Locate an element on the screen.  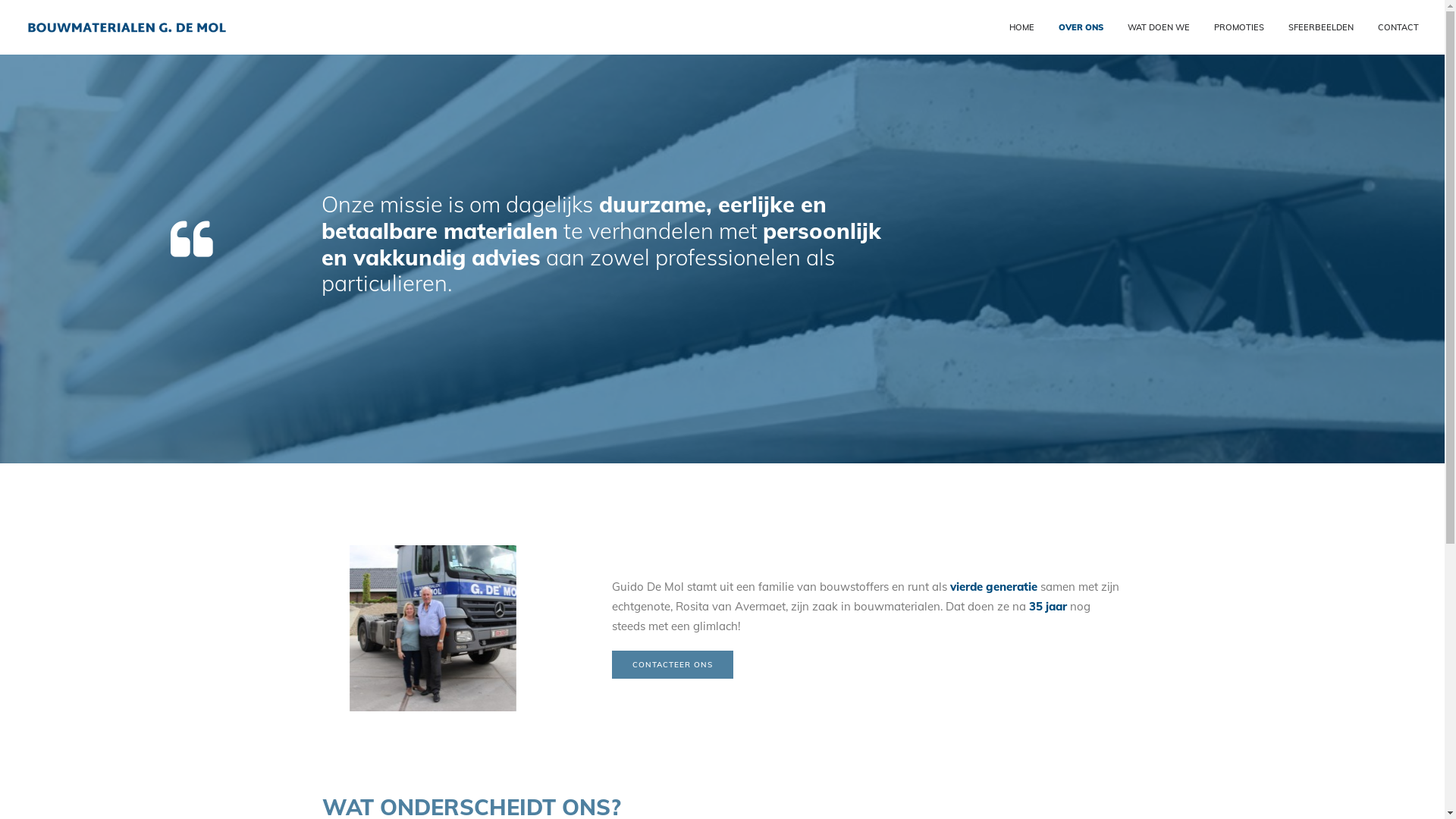
'WAT DOEN WE' is located at coordinates (1156, 27).